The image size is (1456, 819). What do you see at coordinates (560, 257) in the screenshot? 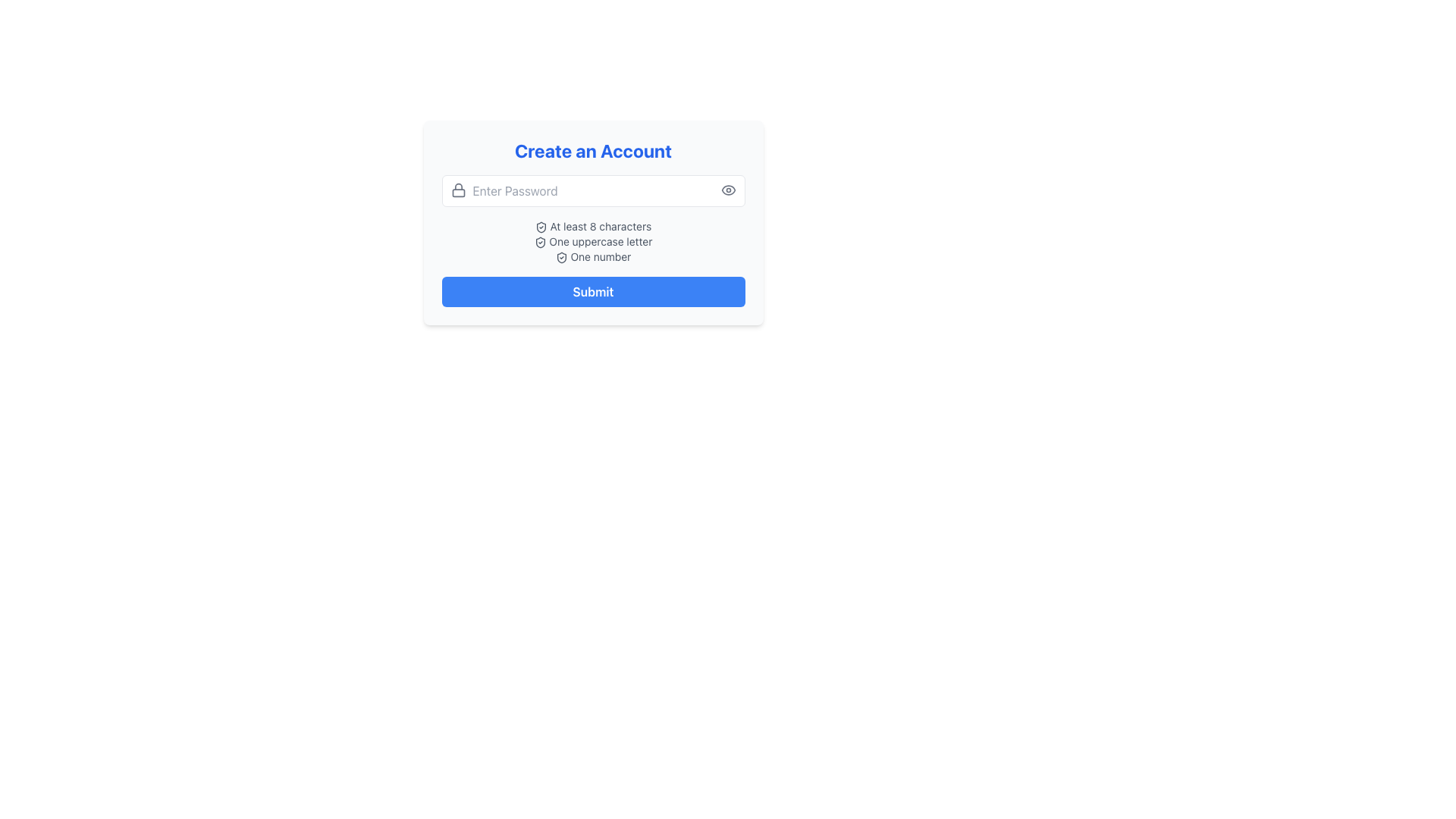
I see `the shield icon with a checkmark symbol, which indicates the password requirement for 'One number.'` at bounding box center [560, 257].